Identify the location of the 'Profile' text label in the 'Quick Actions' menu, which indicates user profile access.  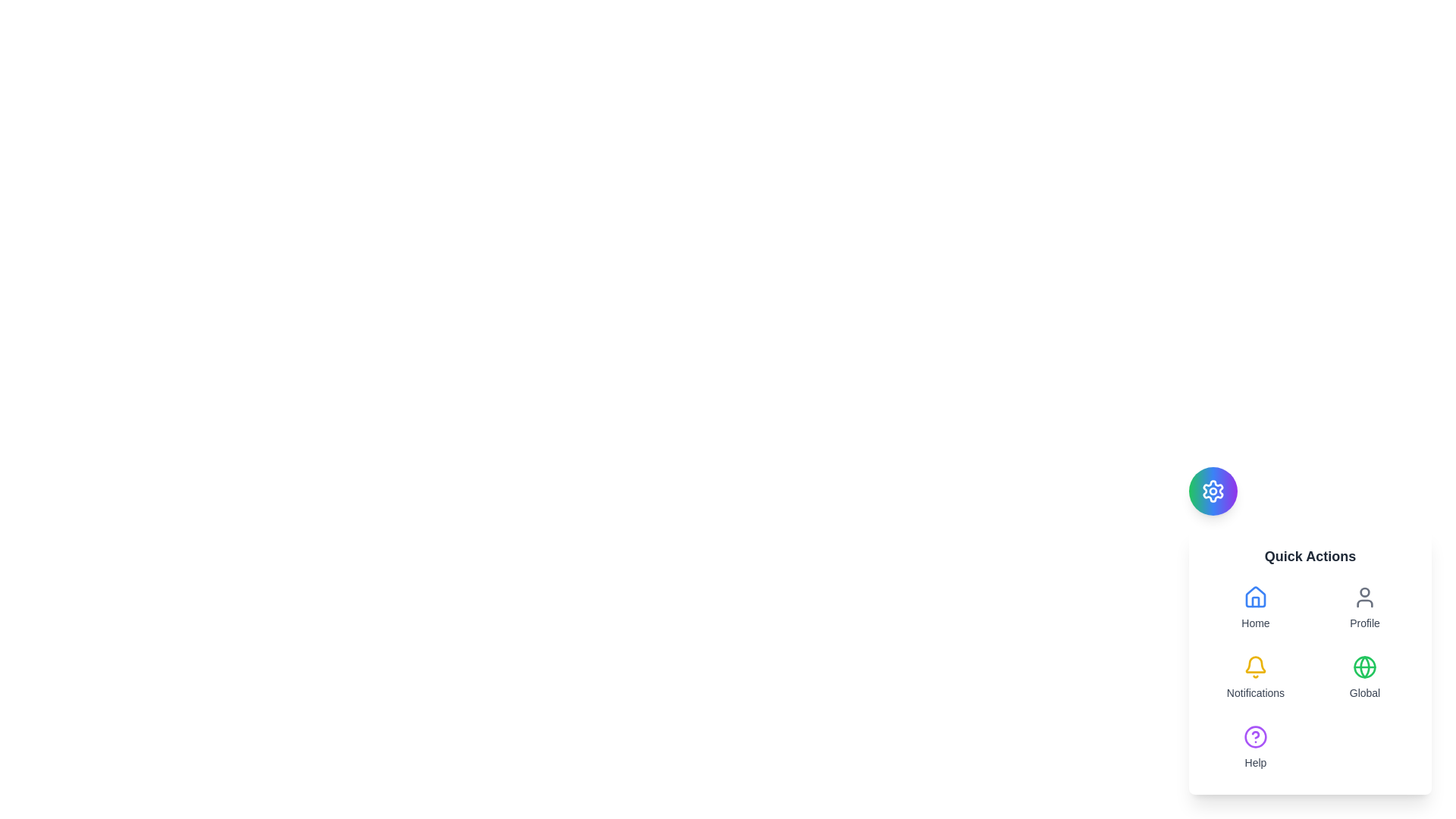
(1365, 623).